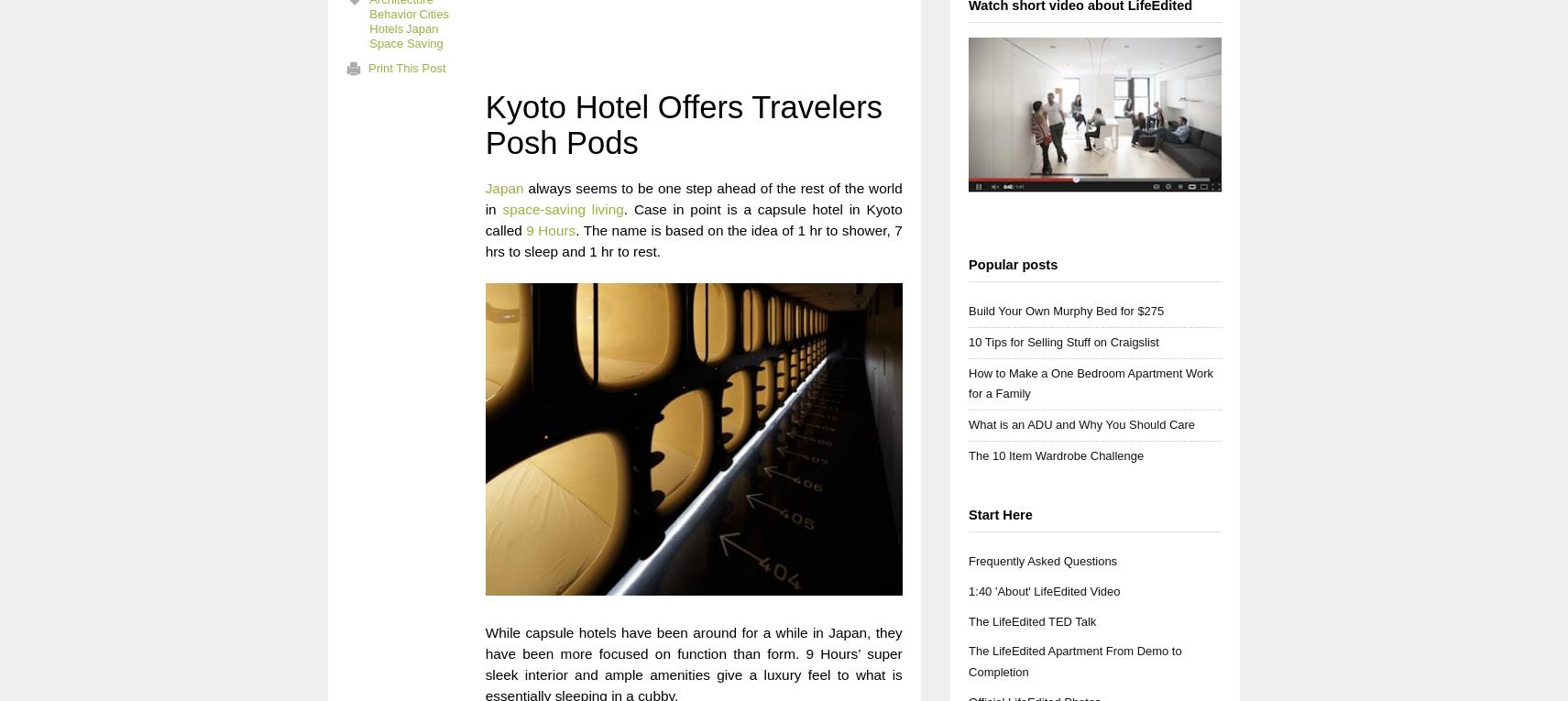 This screenshot has height=701, width=1568. I want to click on '. The name is based on the idea of 1 hr to shower, 7 hrs to sleep and 1 hr to rest.', so click(485, 240).